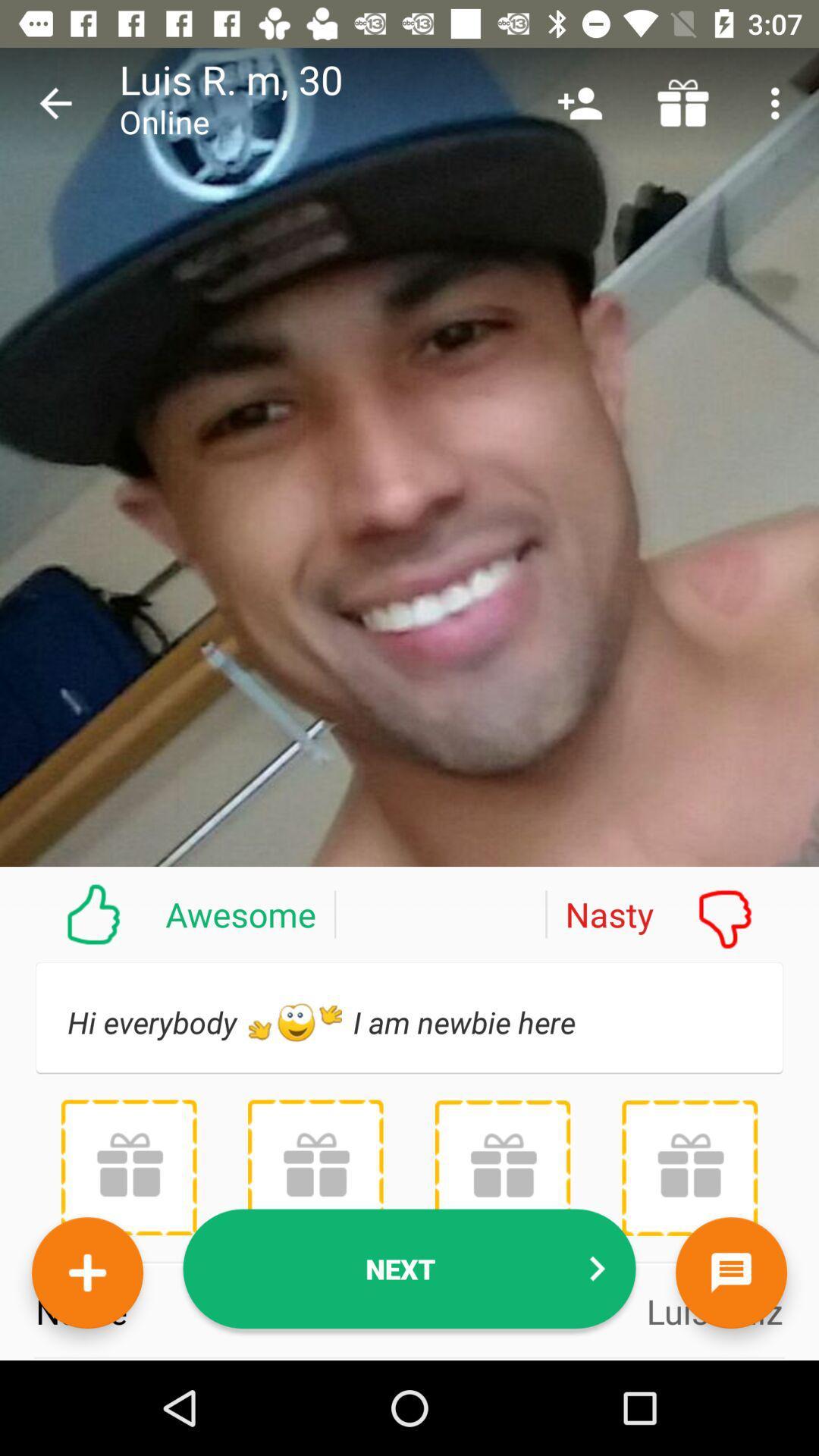 This screenshot has height=1456, width=819. I want to click on icon to the right of  m, 30 item, so click(579, 102).